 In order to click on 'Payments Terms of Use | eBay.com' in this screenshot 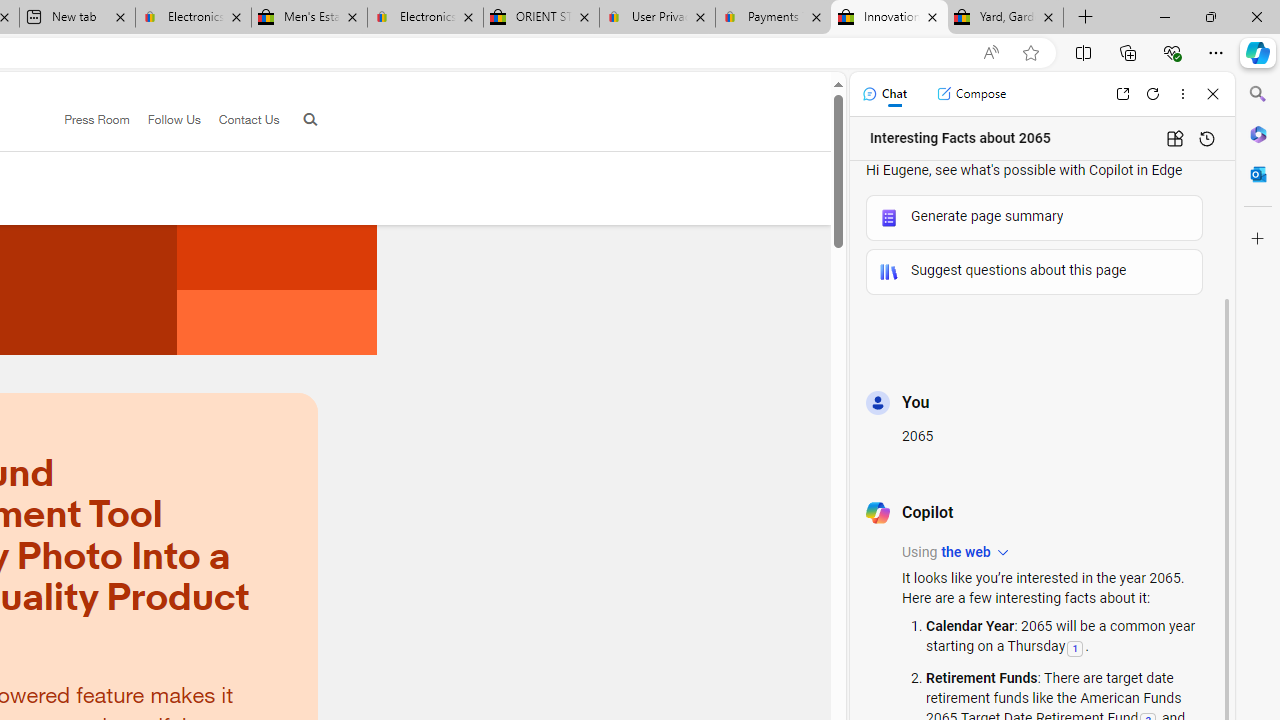, I will do `click(772, 17)`.